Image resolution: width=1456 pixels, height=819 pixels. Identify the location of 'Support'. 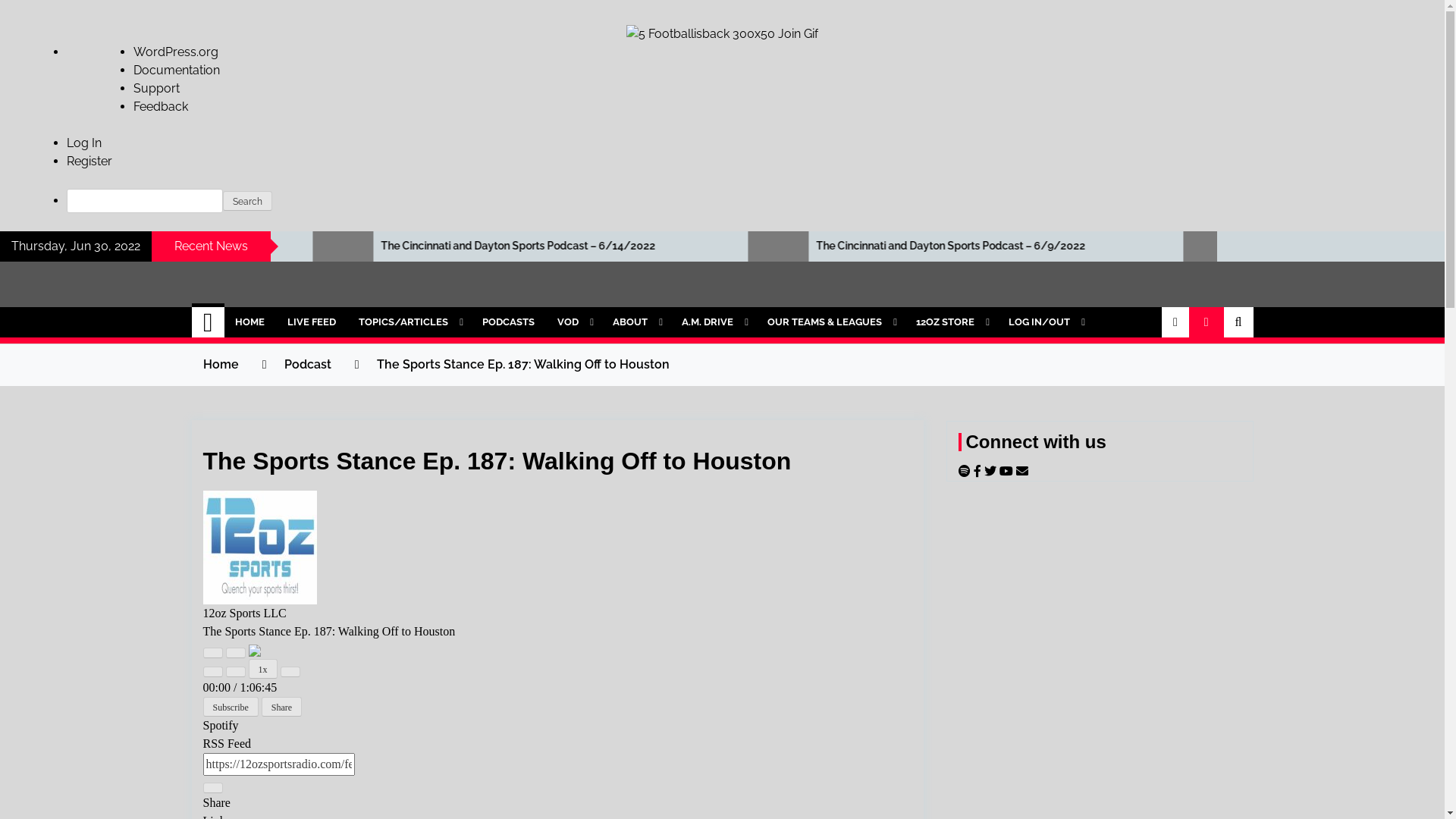
(156, 88).